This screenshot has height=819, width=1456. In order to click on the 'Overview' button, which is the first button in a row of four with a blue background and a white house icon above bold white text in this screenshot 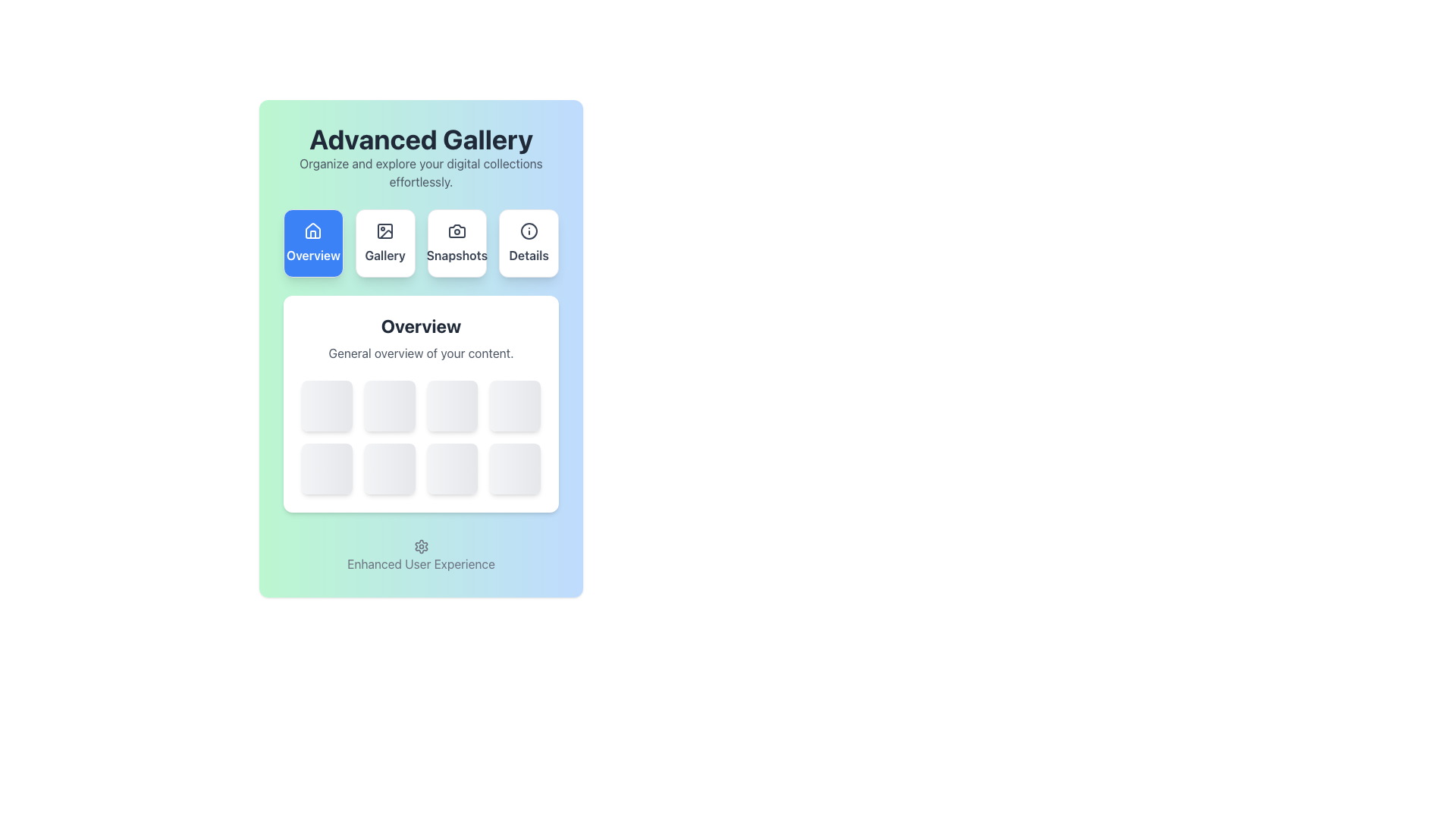, I will do `click(312, 242)`.